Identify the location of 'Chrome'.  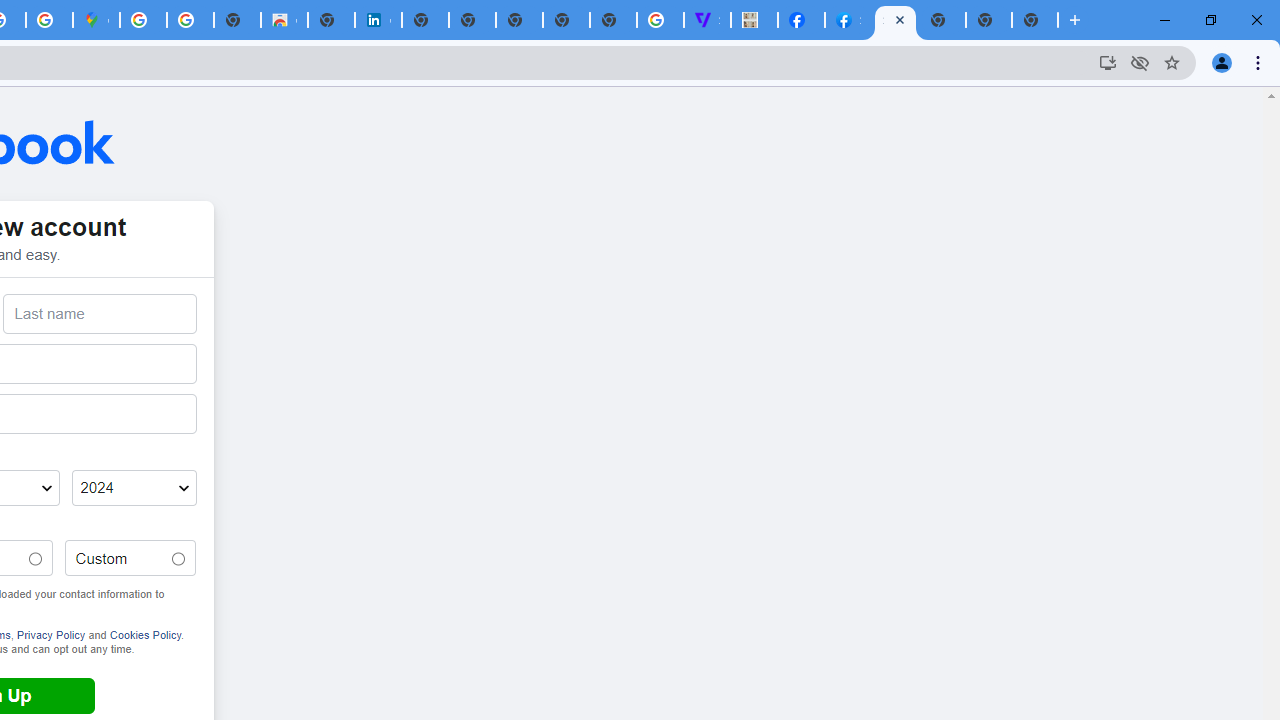
(1259, 61).